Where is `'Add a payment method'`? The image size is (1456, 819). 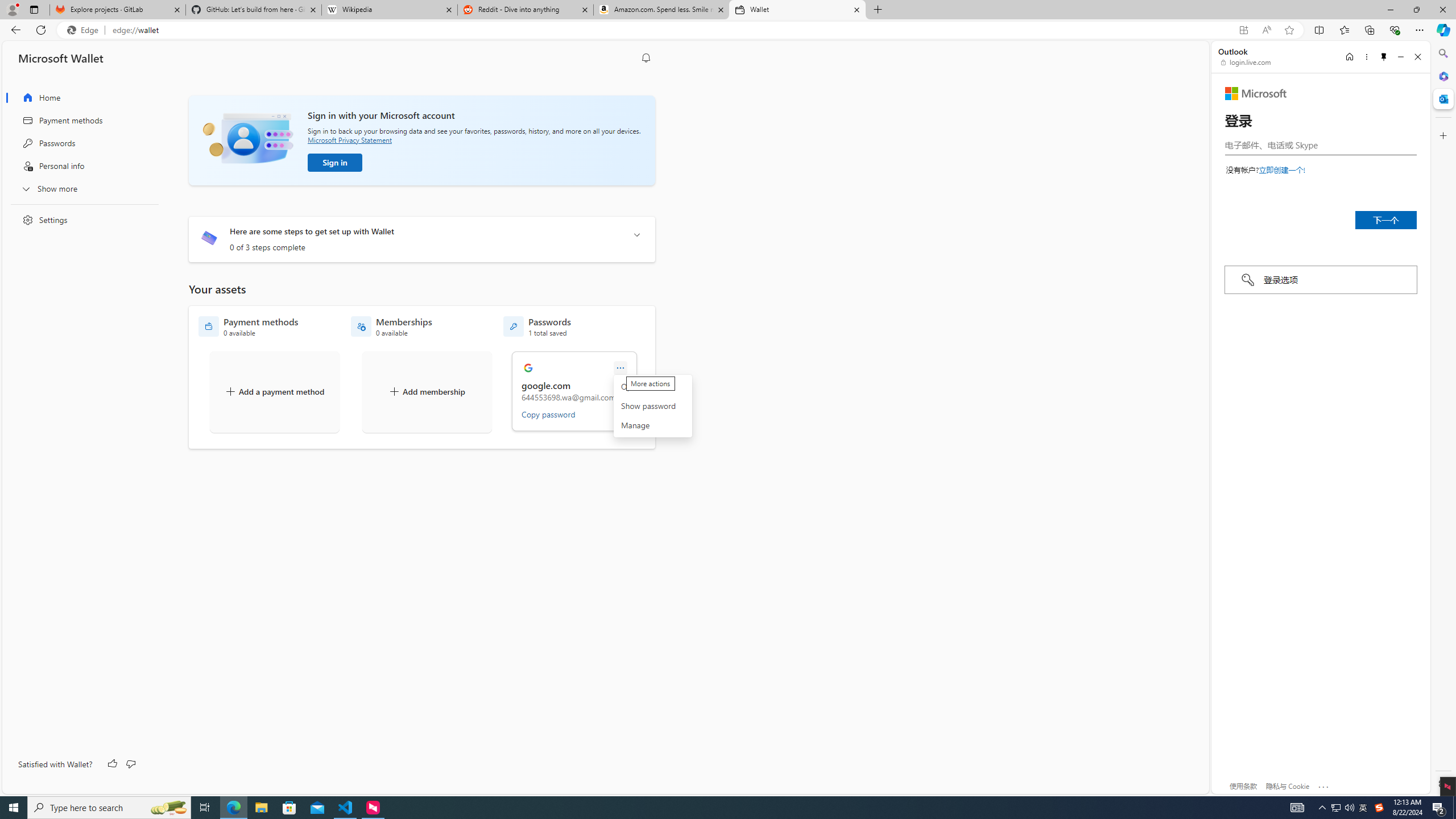
'Add a payment method' is located at coordinates (274, 392).